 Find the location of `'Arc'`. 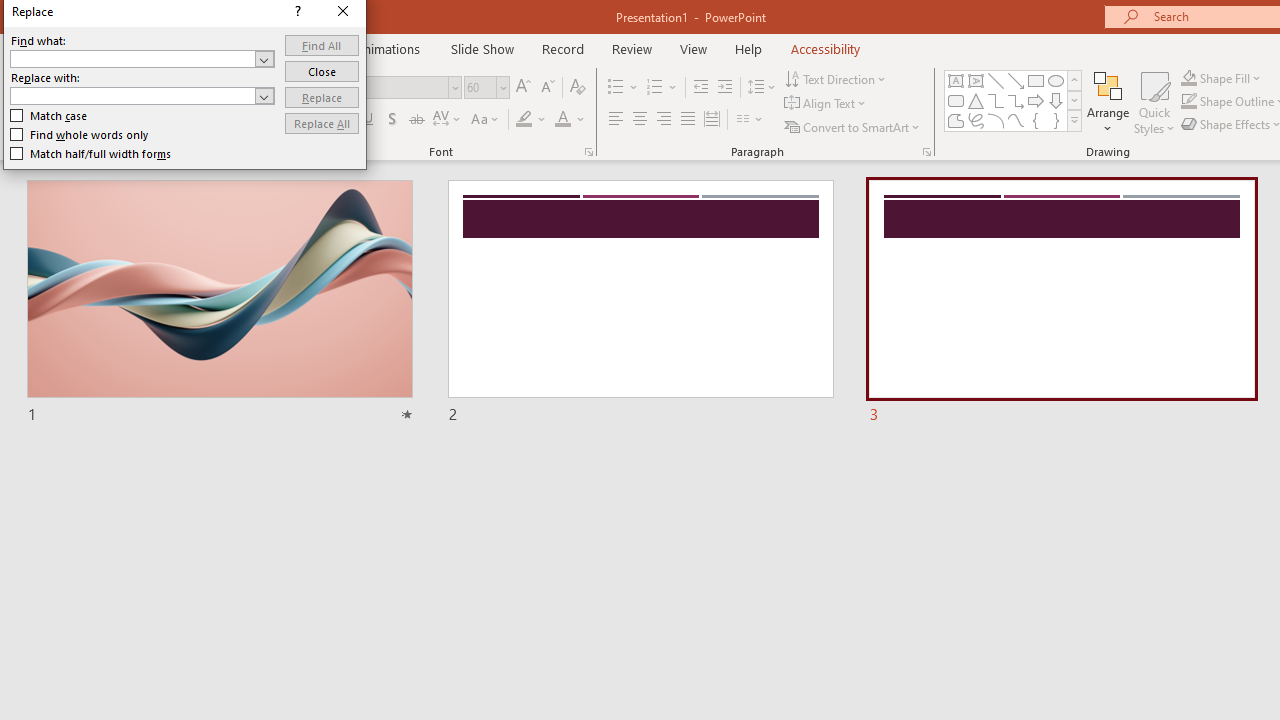

'Arc' is located at coordinates (995, 120).